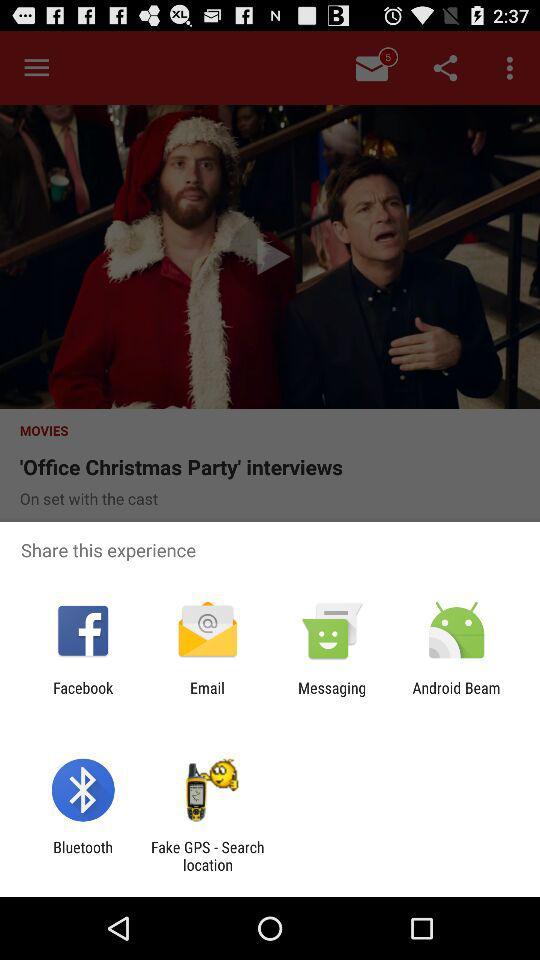 Image resolution: width=540 pixels, height=960 pixels. I want to click on item to the left of the email app, so click(82, 696).